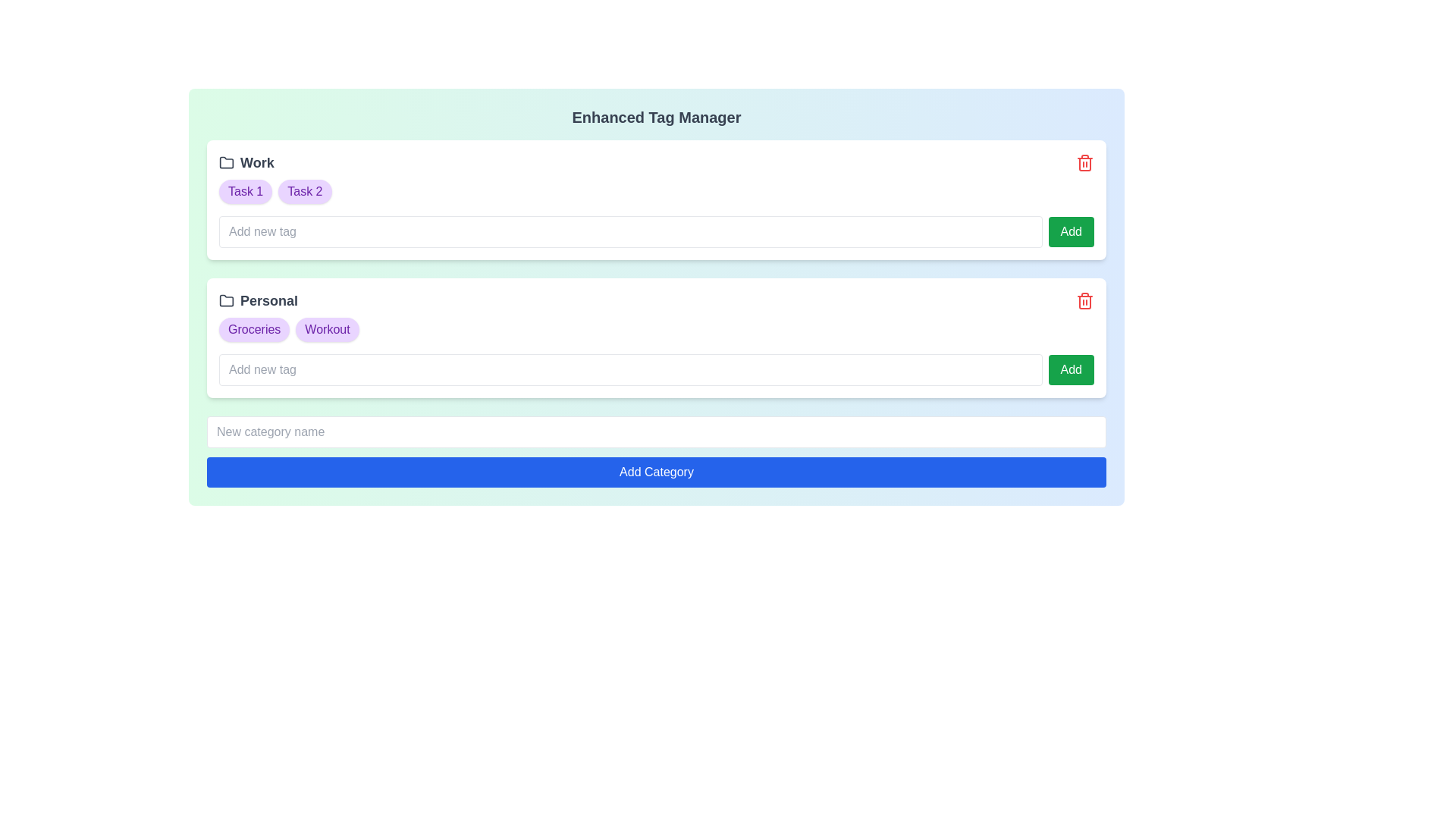 The height and width of the screenshot is (819, 1456). I want to click on the second tag in the 'Personal' section that visually categorizes or describes related tasks or items associated with the 'Workout' keyword, located immediately to the right of the 'Groceries' tag, so click(327, 329).